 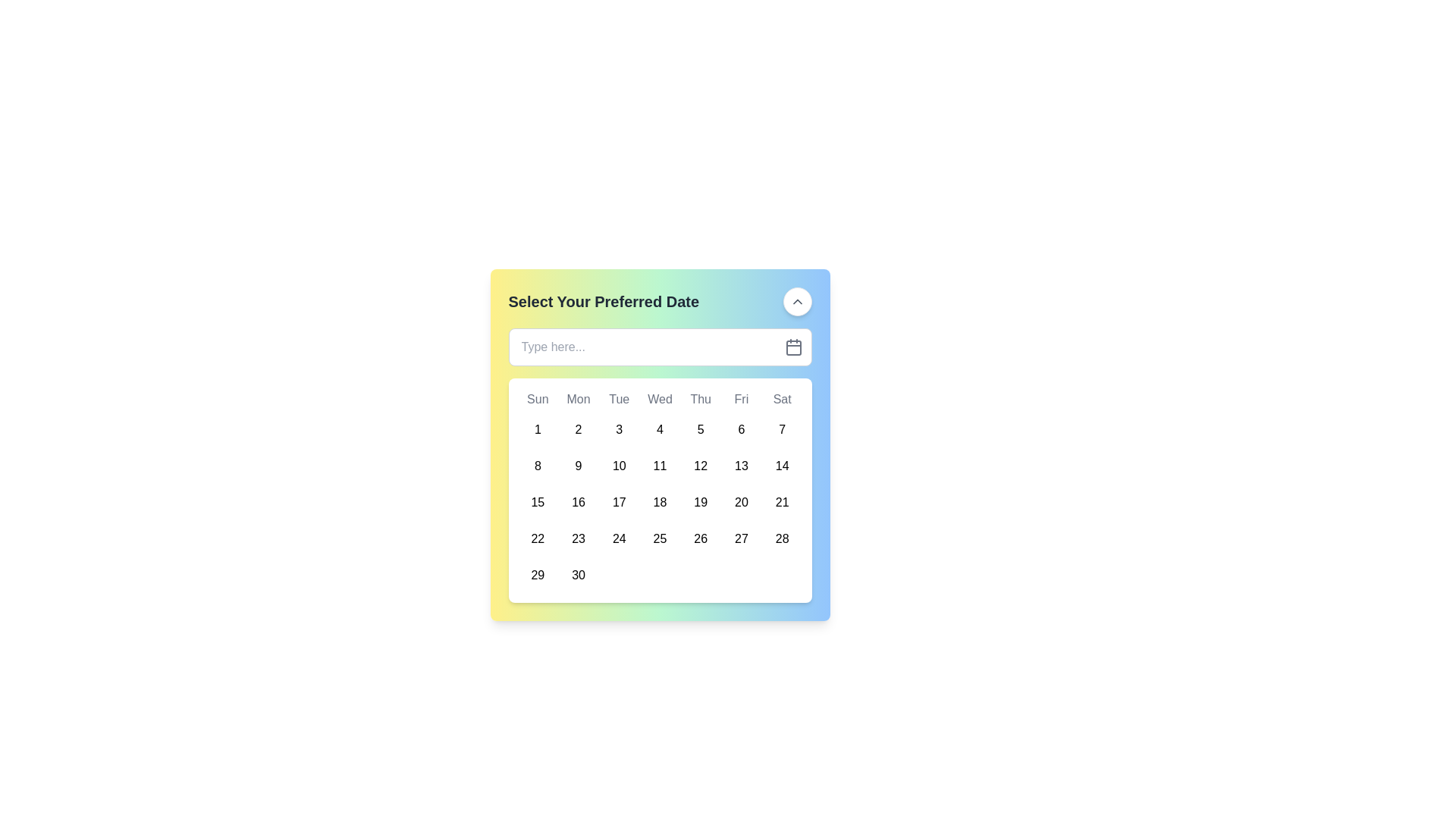 What do you see at coordinates (782, 465) in the screenshot?
I see `the rounded clickable button labeled '14' in the calendar grid under the 'Sat' column` at bounding box center [782, 465].